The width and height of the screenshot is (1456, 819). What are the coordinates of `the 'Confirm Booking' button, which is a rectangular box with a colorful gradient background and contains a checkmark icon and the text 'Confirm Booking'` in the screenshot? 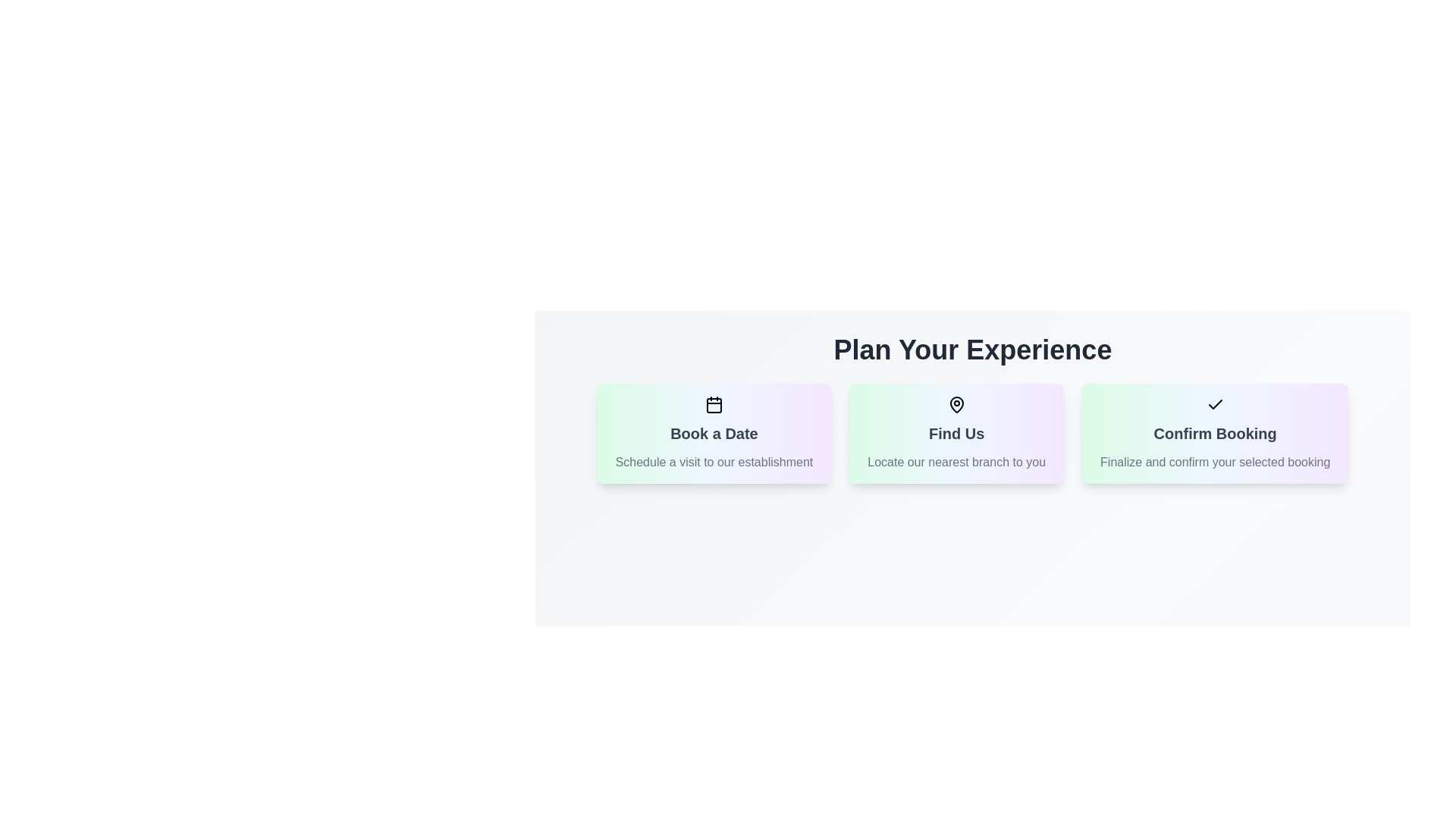 It's located at (1215, 433).